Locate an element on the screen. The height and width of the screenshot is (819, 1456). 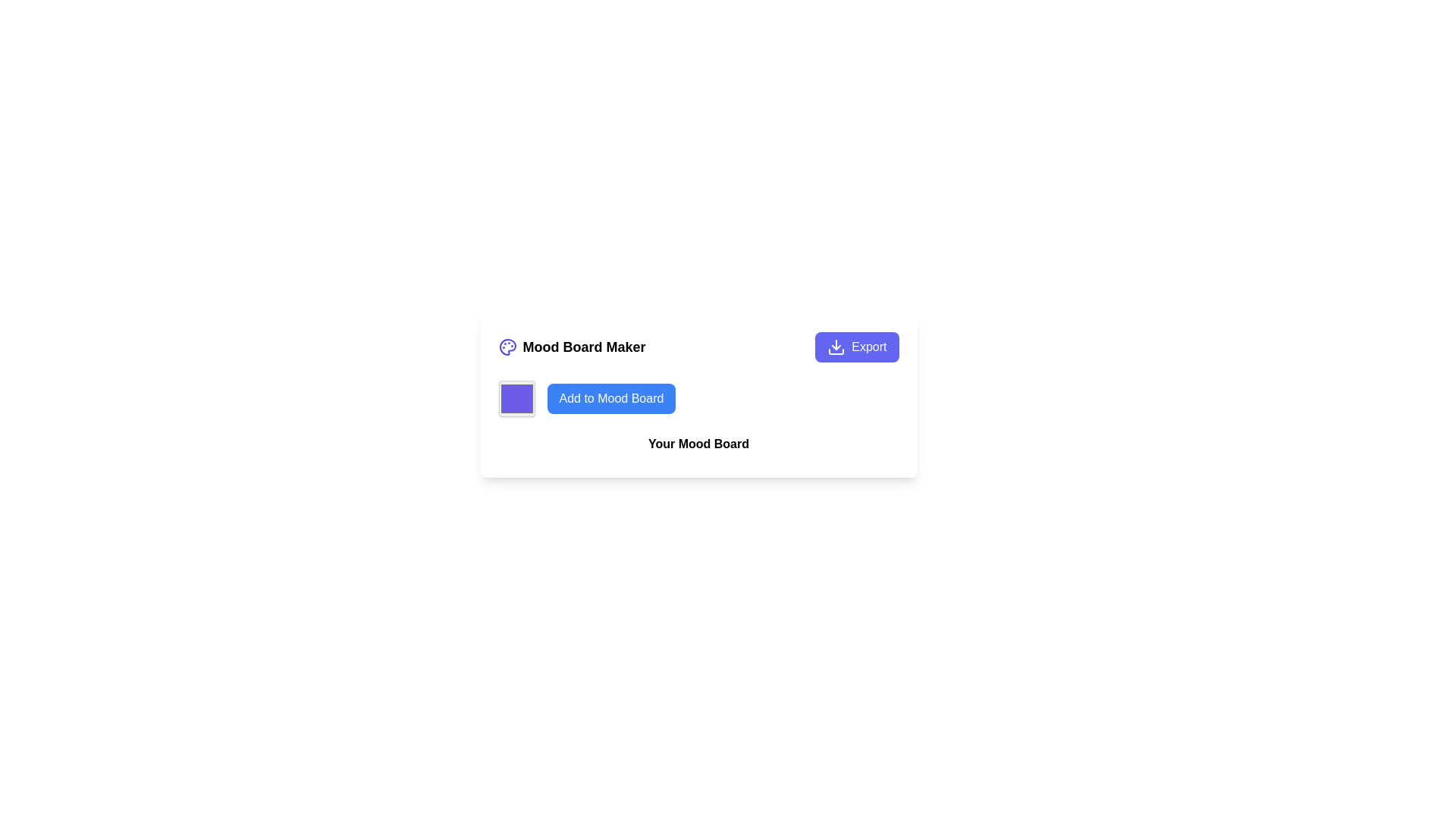
the static text label that serves as a section header for the user's mood board is located at coordinates (698, 447).